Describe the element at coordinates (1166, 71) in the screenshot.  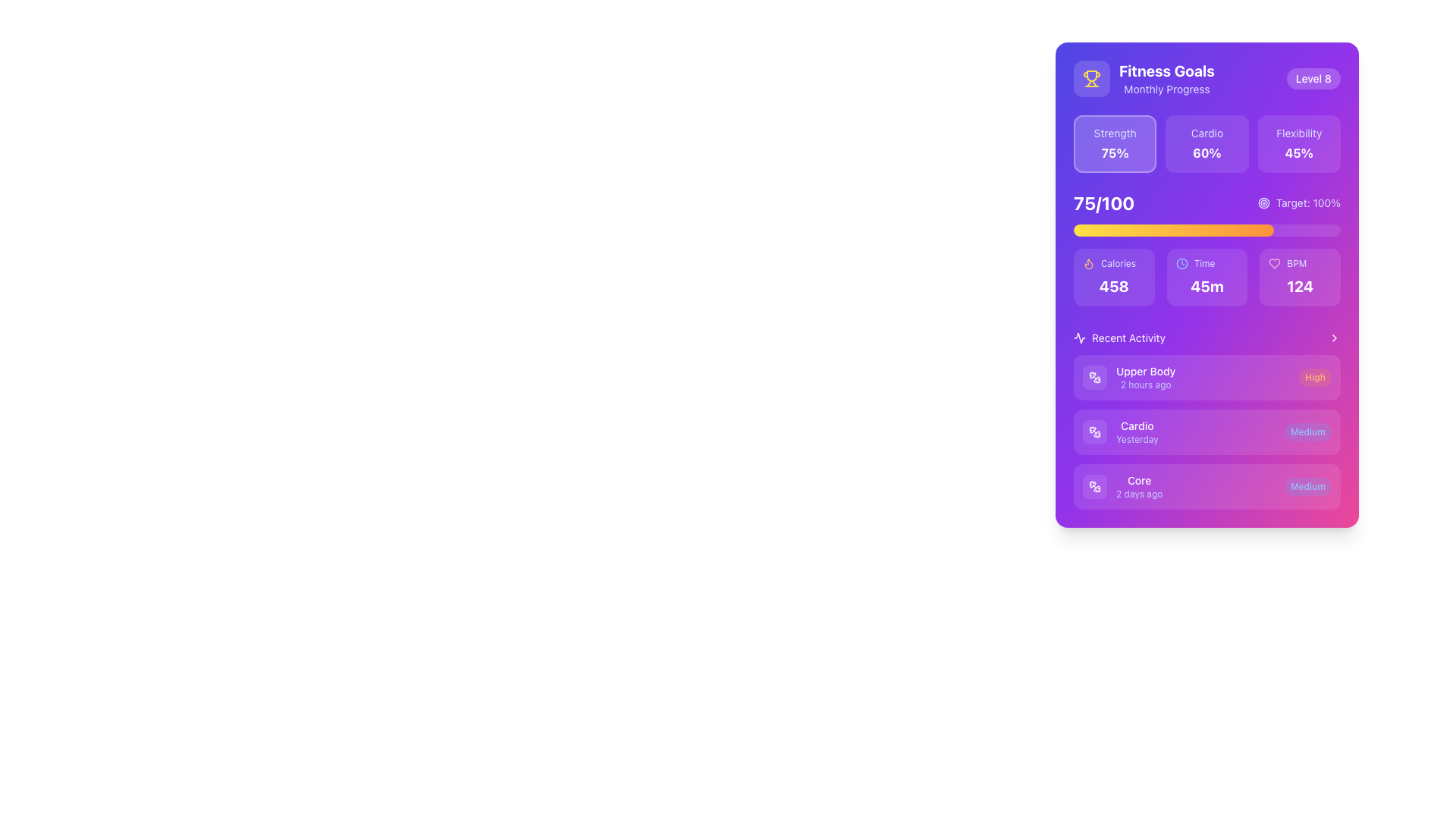
I see `text from the header element displaying 'Fitness Goals' in a bold, white font on a purple background, located at the top-center of the card interface` at that location.